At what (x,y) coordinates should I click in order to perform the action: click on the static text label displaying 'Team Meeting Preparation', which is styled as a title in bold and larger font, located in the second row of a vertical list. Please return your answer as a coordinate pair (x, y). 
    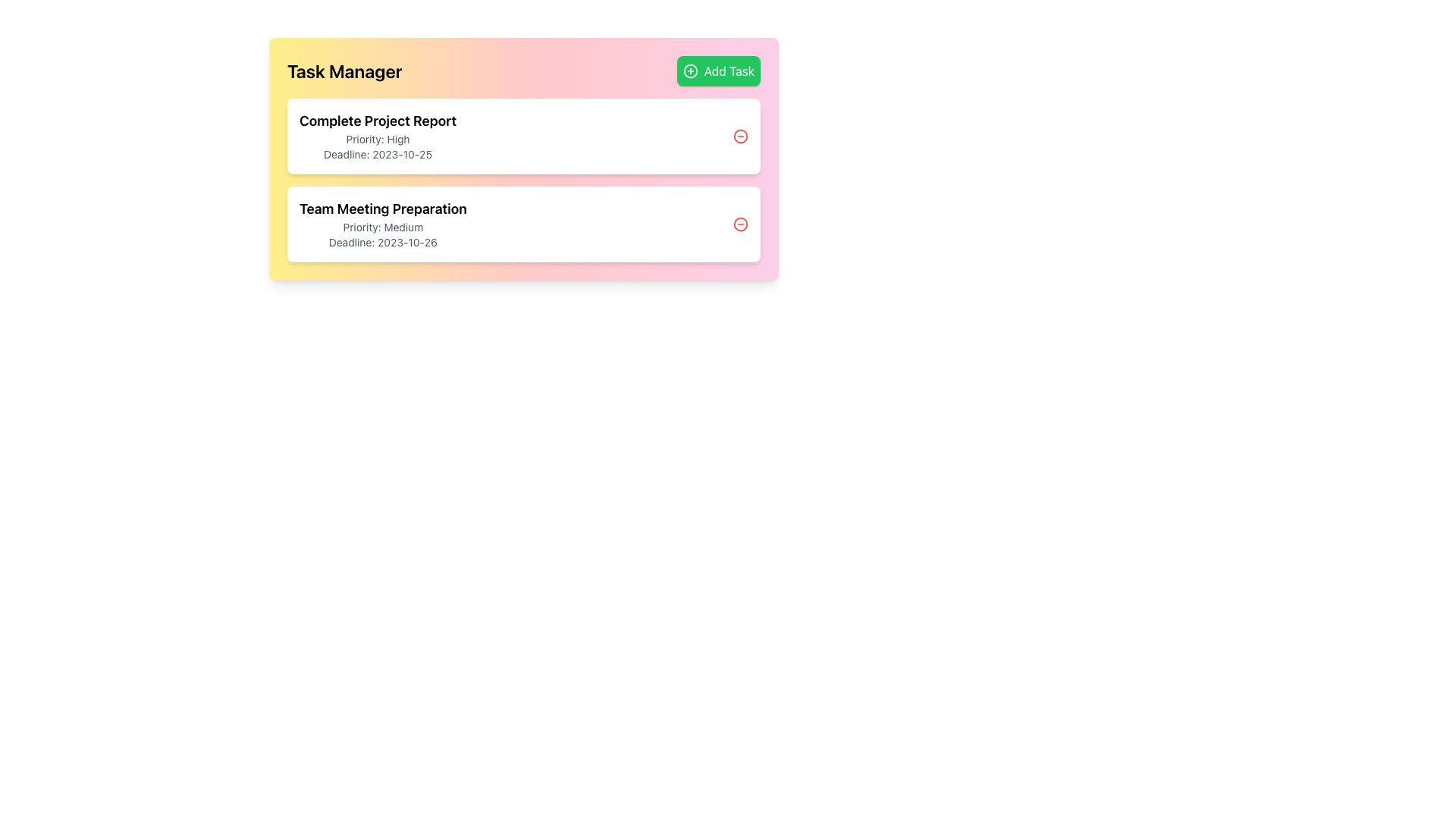
    Looking at the image, I should click on (383, 209).